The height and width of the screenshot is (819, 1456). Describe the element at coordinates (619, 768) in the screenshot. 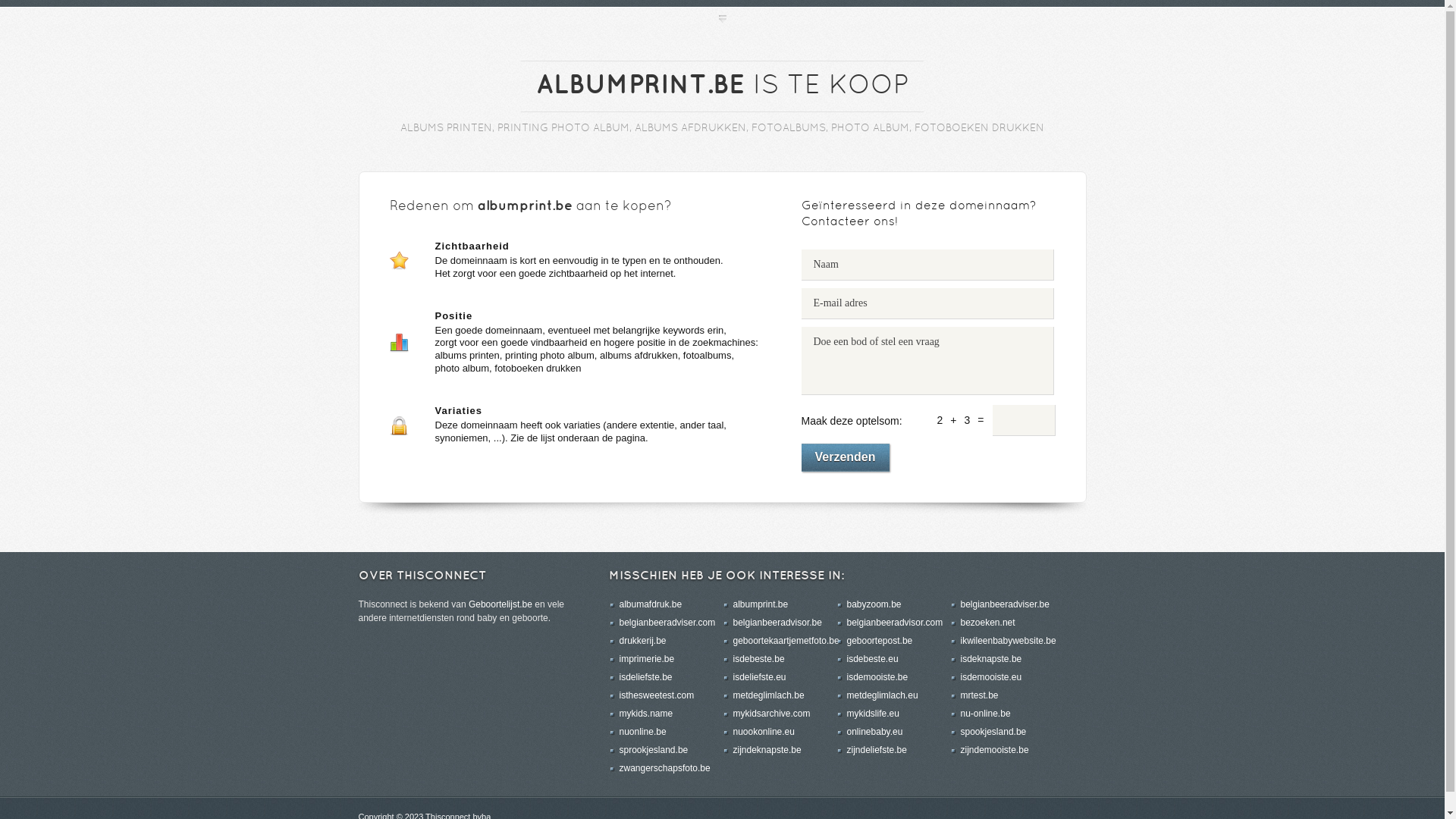

I see `'zwangerschapsfoto.be'` at that location.